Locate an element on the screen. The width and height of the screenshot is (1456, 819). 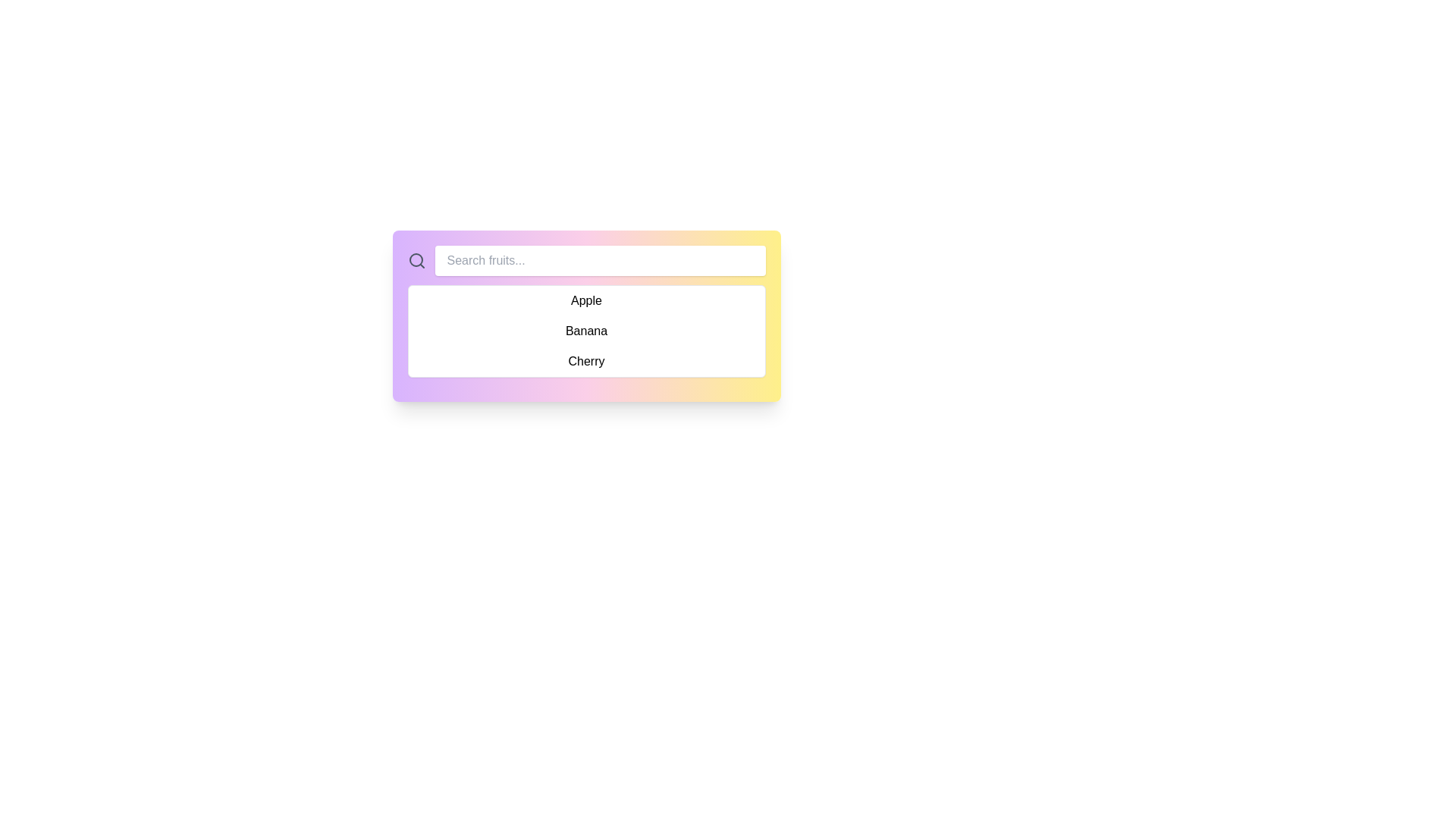
the circular shape representing the lens in the search icon located near the top-left of the interface next to the input field labeled 'Search fruits...' is located at coordinates (416, 259).